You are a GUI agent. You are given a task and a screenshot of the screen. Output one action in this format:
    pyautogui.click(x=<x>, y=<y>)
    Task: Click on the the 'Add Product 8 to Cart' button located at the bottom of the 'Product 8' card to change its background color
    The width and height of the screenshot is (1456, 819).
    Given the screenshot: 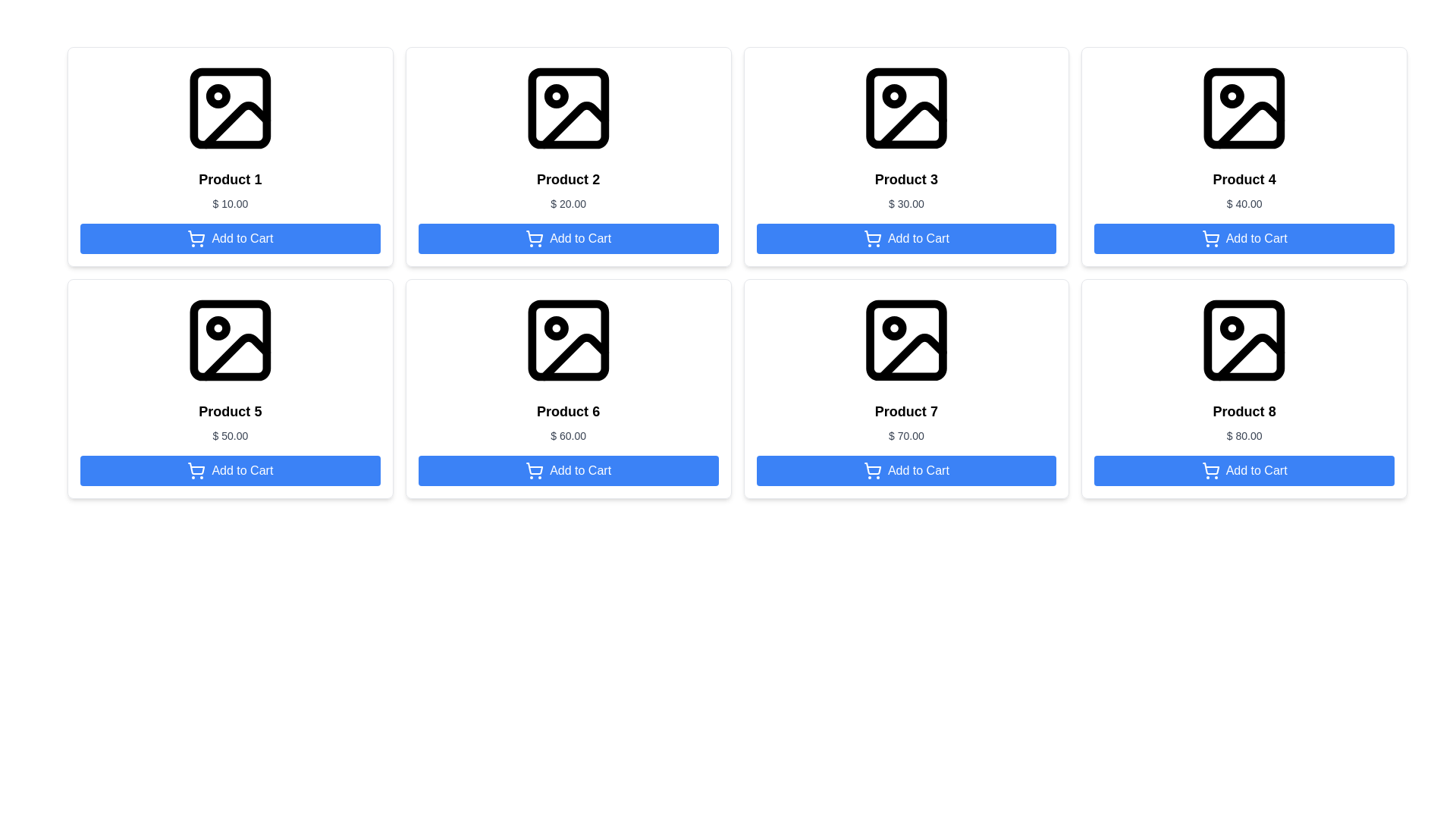 What is the action you would take?
    pyautogui.click(x=1244, y=470)
    